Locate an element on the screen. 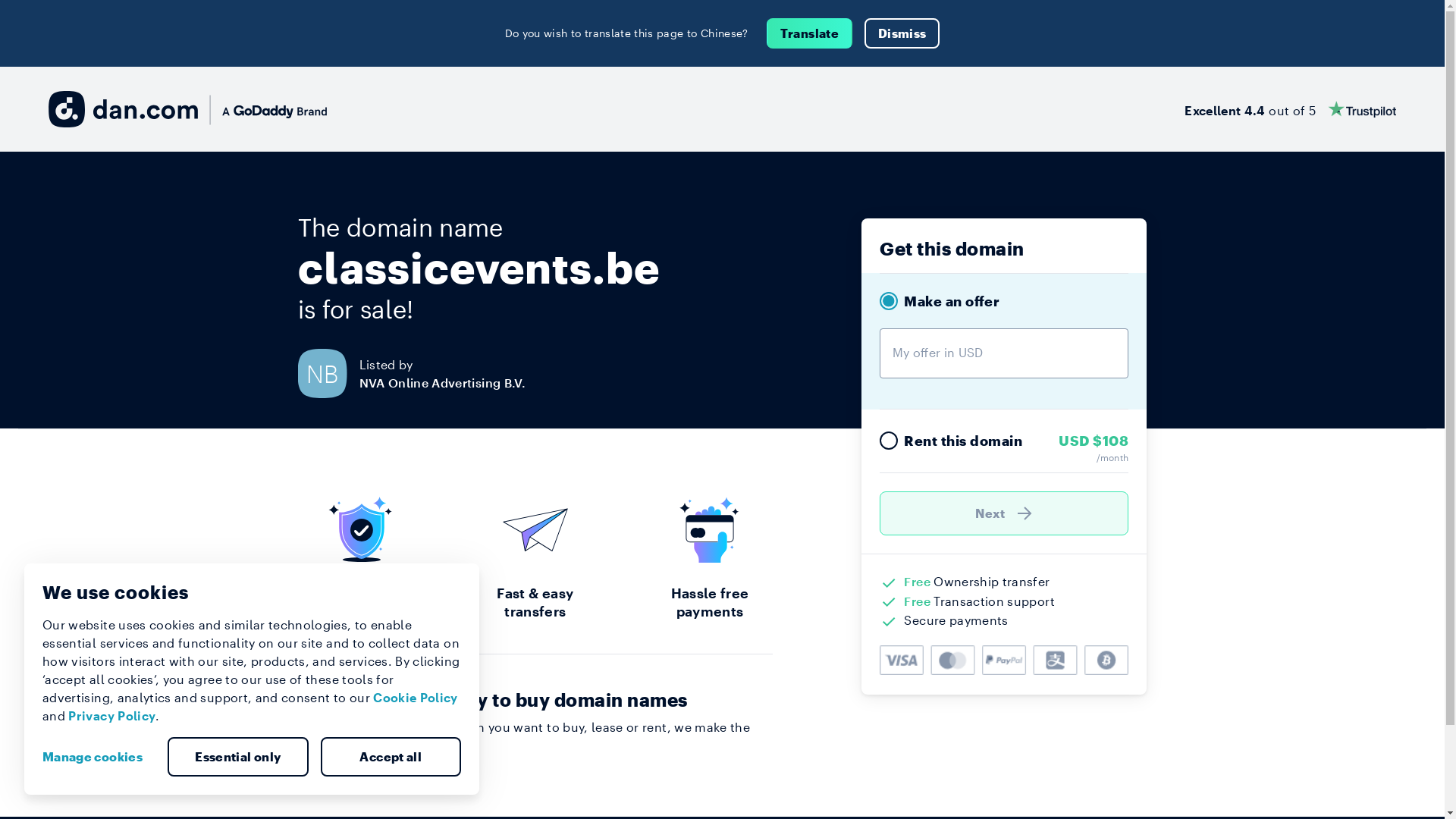  'Translate' is located at coordinates (808, 33).